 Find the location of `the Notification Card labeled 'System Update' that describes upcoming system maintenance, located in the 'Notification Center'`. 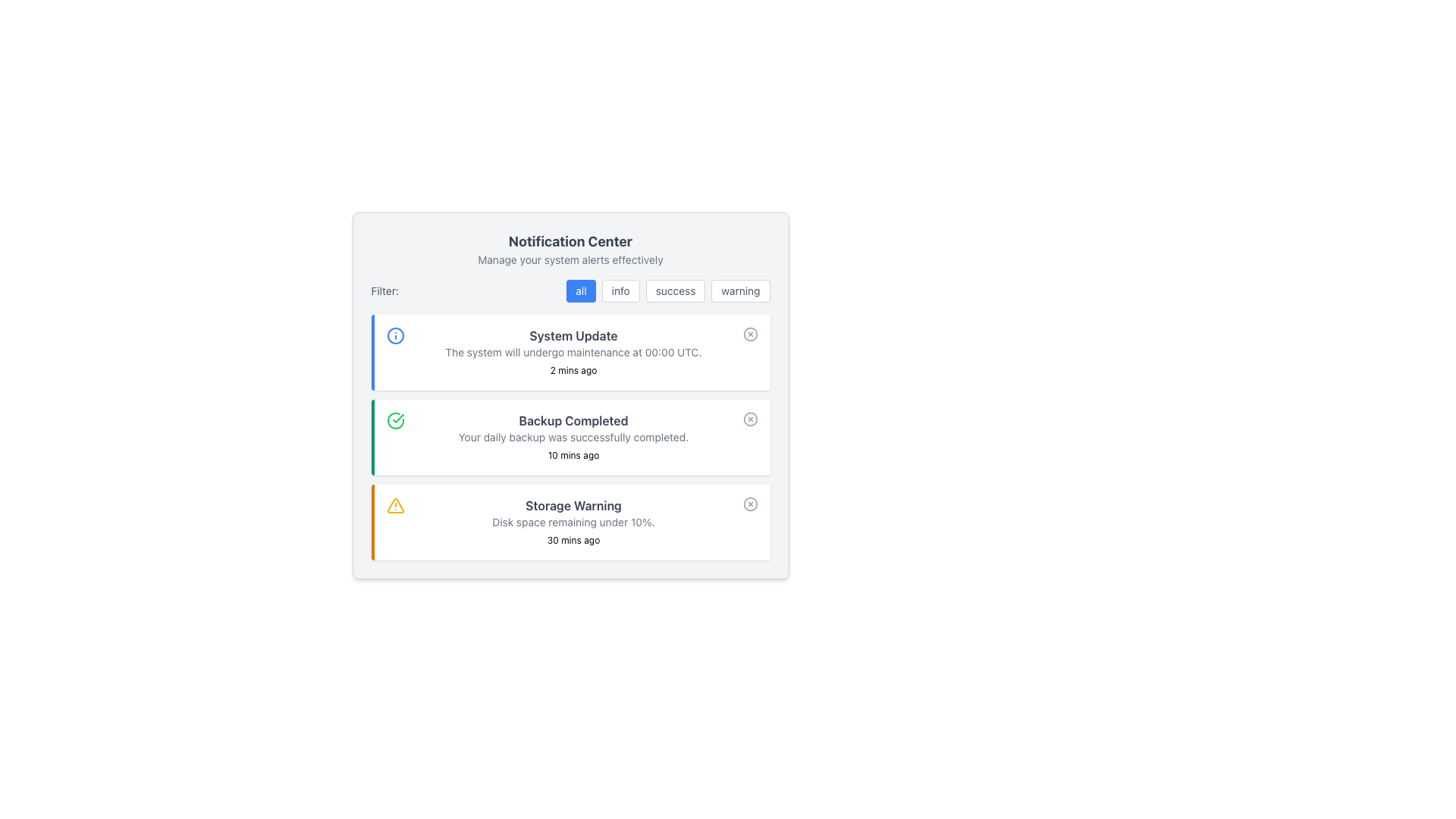

the Notification Card labeled 'System Update' that describes upcoming system maintenance, located in the 'Notification Center' is located at coordinates (573, 353).